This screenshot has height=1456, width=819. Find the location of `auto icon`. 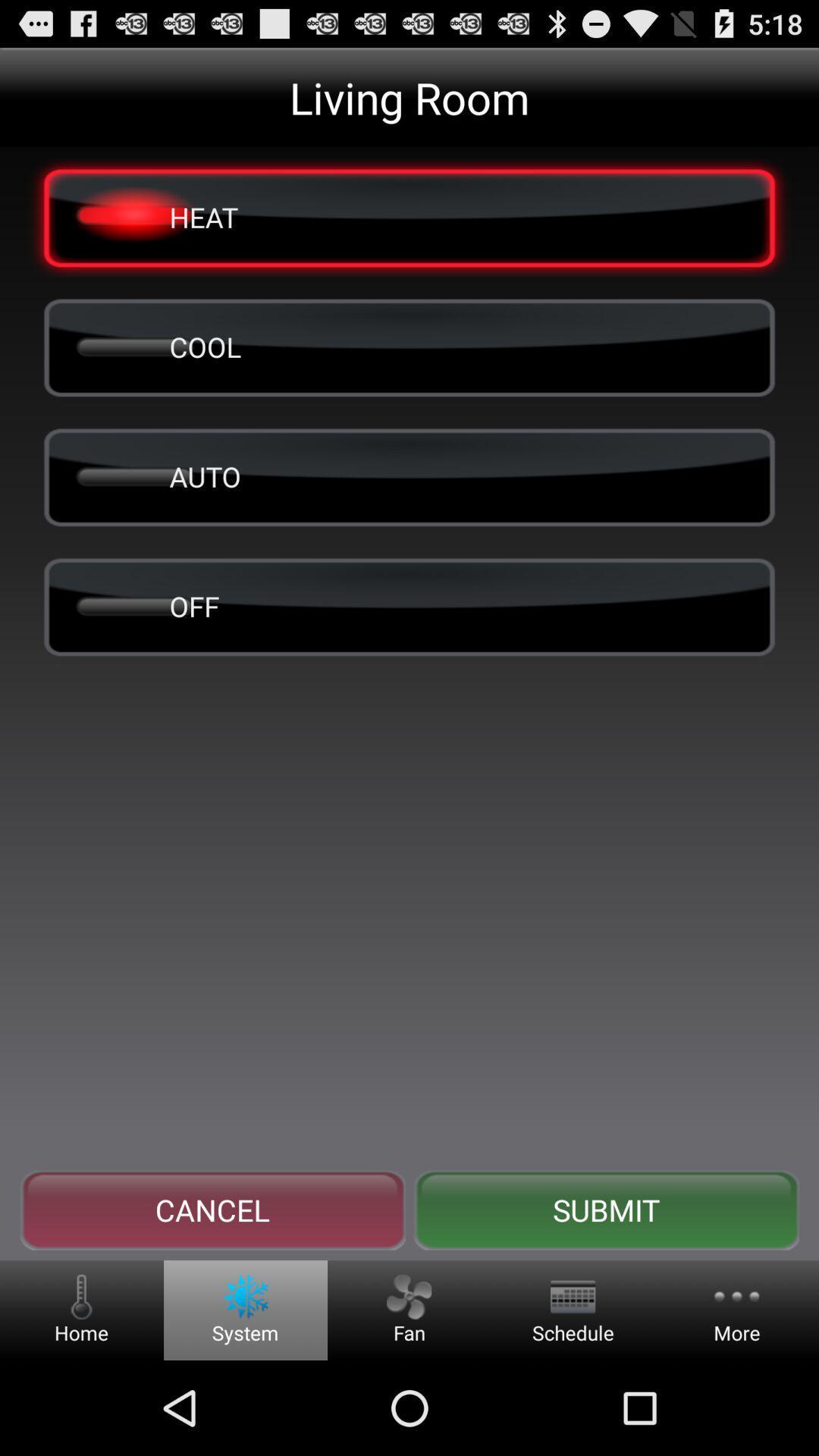

auto icon is located at coordinates (409, 475).